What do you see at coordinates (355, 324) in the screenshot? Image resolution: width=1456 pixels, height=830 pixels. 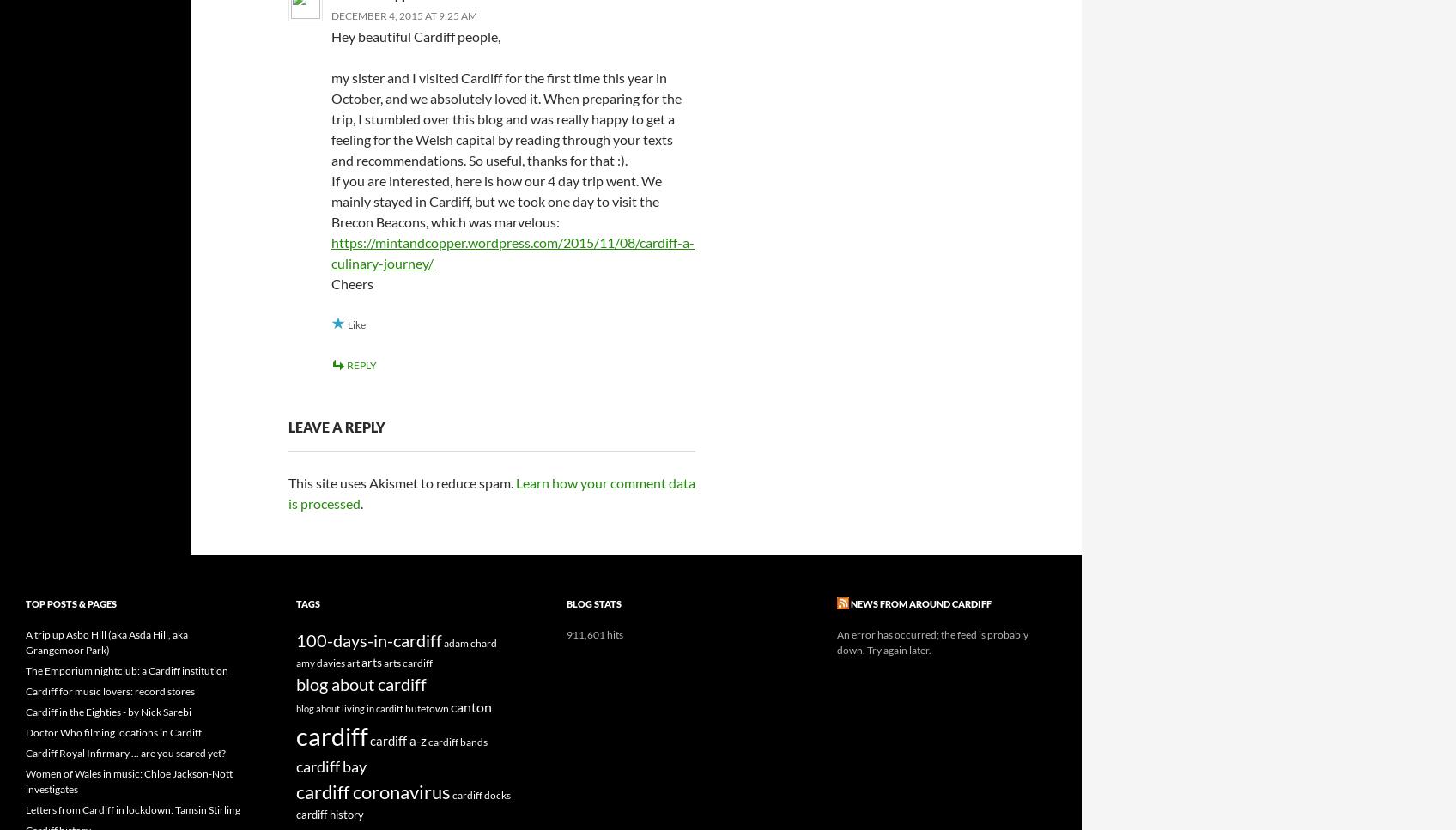 I see `'Like'` at bounding box center [355, 324].